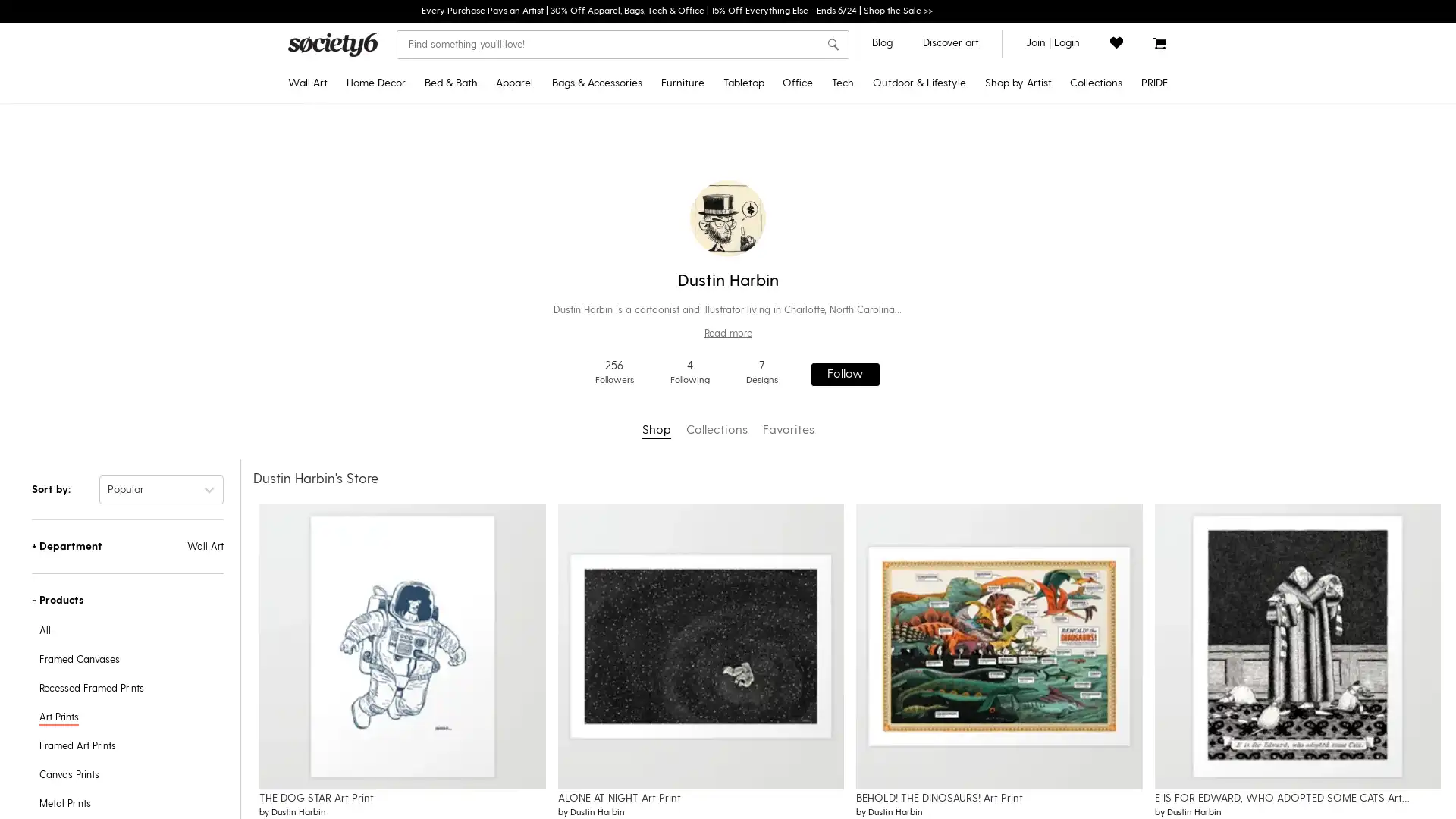  What do you see at coordinates (1040, 439) in the screenshot?
I see `All Collections` at bounding box center [1040, 439].